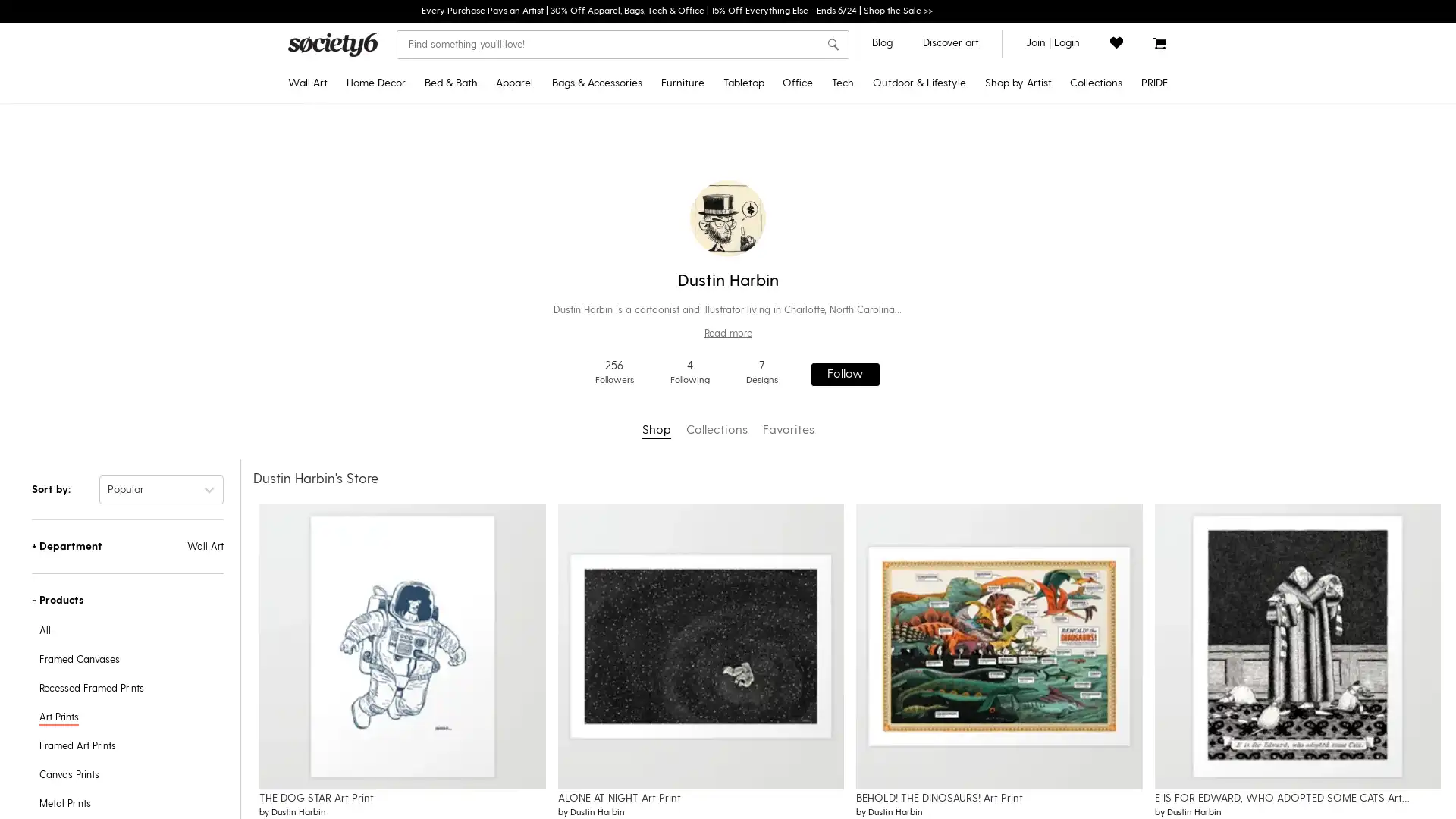  What do you see at coordinates (1040, 439) in the screenshot?
I see `All Collections` at bounding box center [1040, 439].